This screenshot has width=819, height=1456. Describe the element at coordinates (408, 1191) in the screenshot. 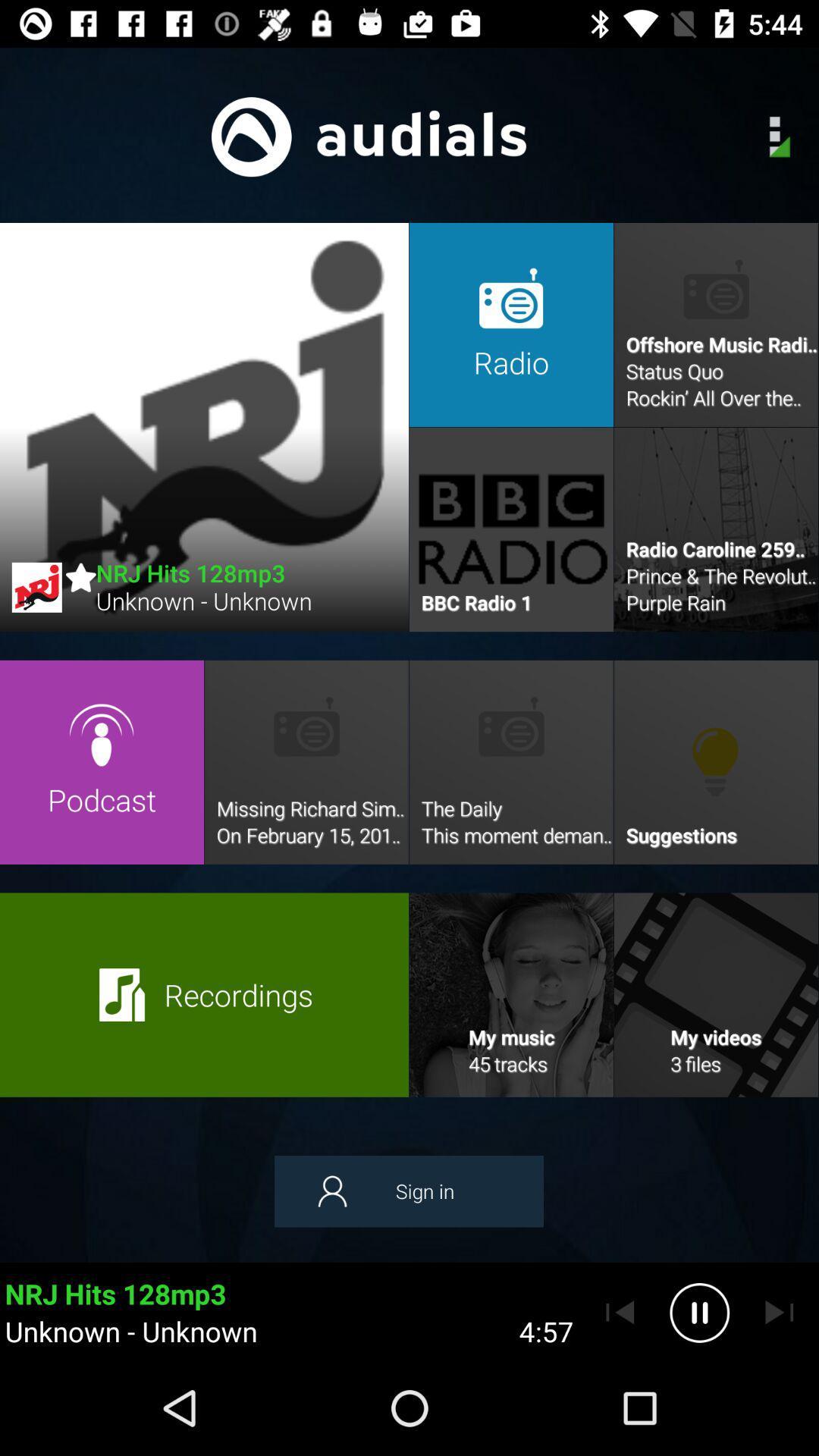

I see `the sign in` at that location.